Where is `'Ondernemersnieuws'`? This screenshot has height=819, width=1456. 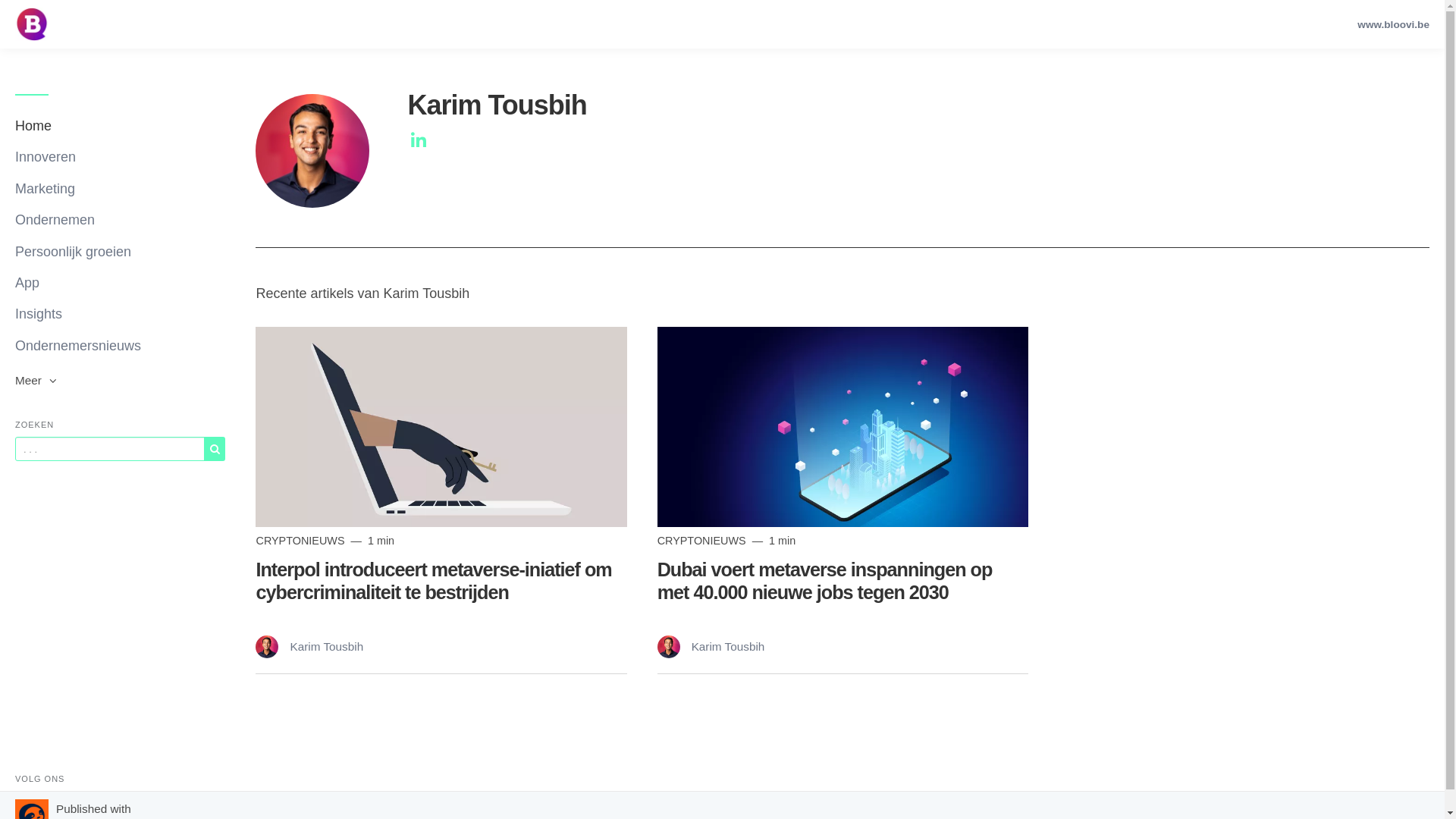 'Ondernemersnieuws' is located at coordinates (119, 346).